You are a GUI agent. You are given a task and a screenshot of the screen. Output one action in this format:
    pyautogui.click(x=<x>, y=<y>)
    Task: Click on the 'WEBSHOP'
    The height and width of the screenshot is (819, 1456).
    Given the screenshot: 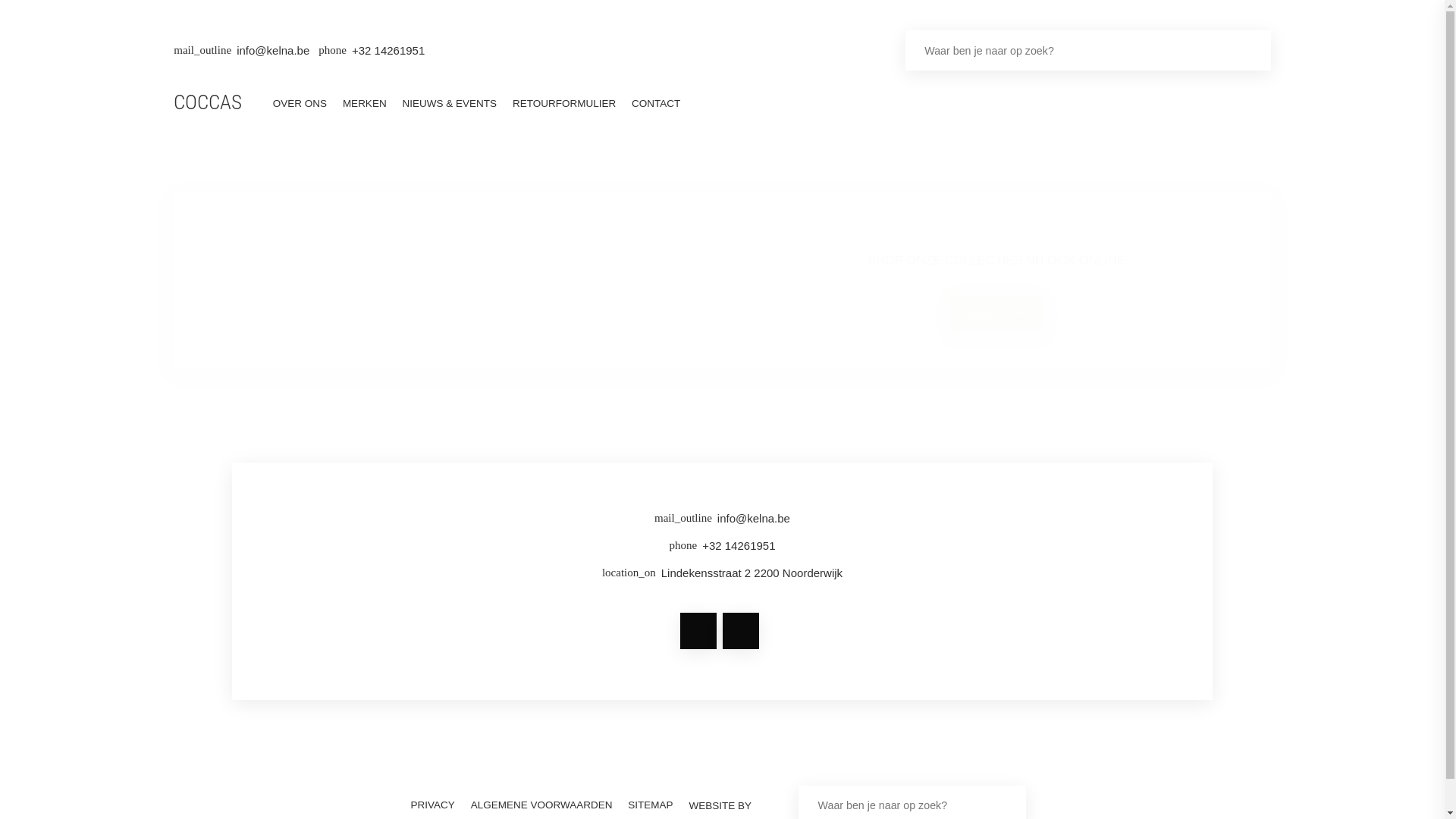 What is the action you would take?
    pyautogui.click(x=996, y=312)
    